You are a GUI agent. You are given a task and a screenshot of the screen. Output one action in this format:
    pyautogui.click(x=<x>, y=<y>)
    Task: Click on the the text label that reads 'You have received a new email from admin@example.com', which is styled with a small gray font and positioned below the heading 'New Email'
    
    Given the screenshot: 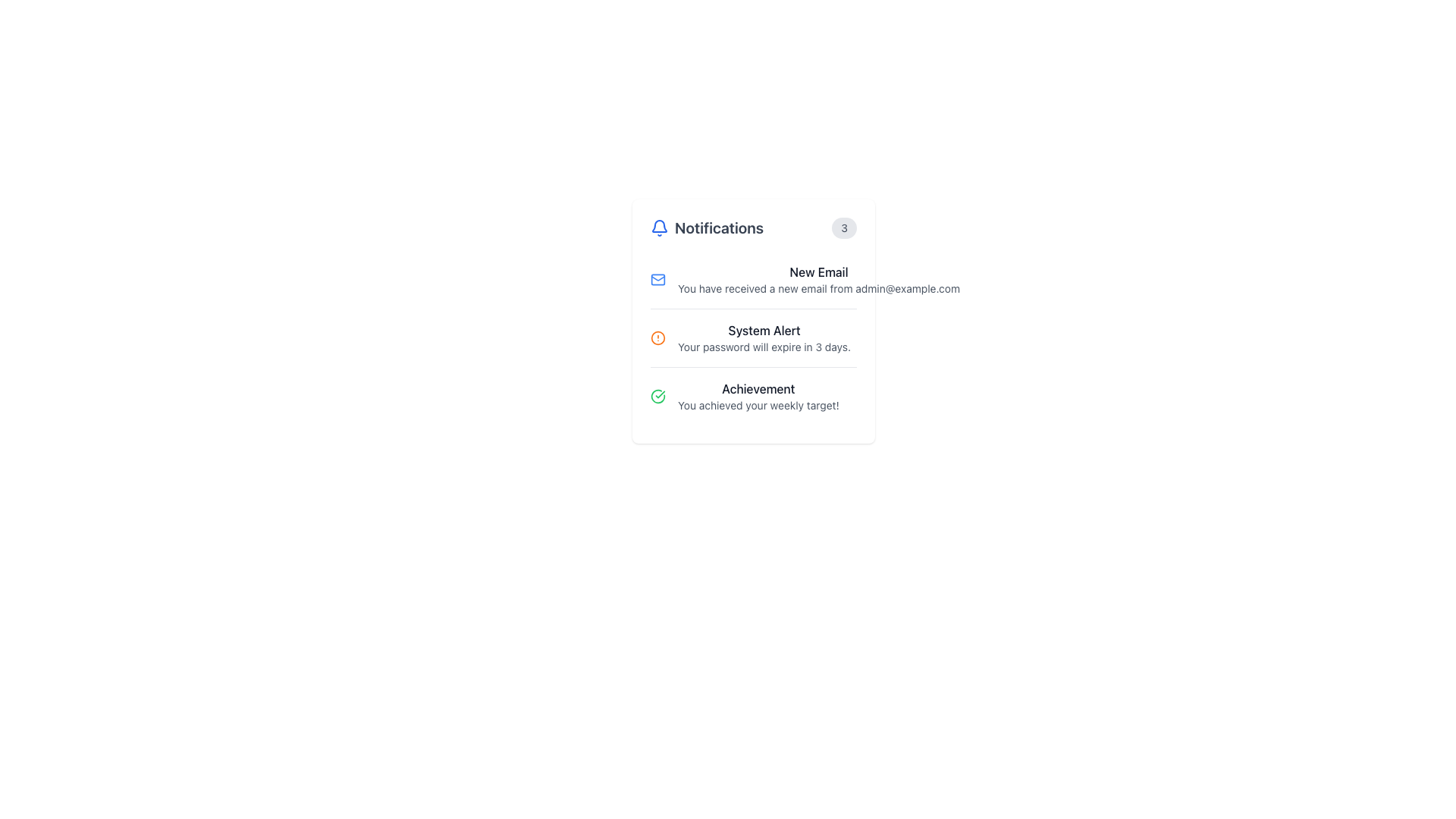 What is the action you would take?
    pyautogui.click(x=818, y=289)
    